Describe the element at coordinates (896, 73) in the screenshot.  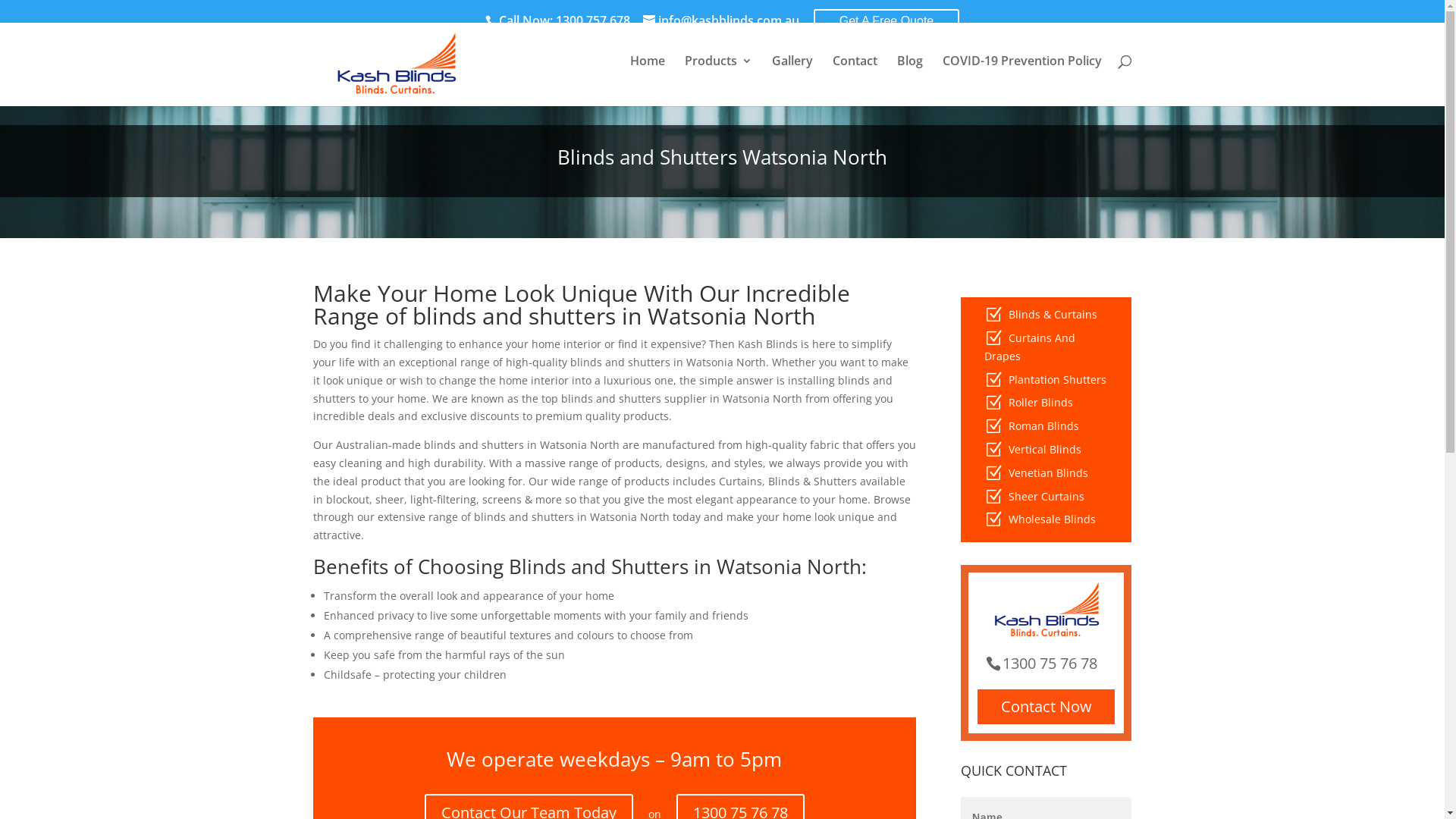
I see `'Blog'` at that location.